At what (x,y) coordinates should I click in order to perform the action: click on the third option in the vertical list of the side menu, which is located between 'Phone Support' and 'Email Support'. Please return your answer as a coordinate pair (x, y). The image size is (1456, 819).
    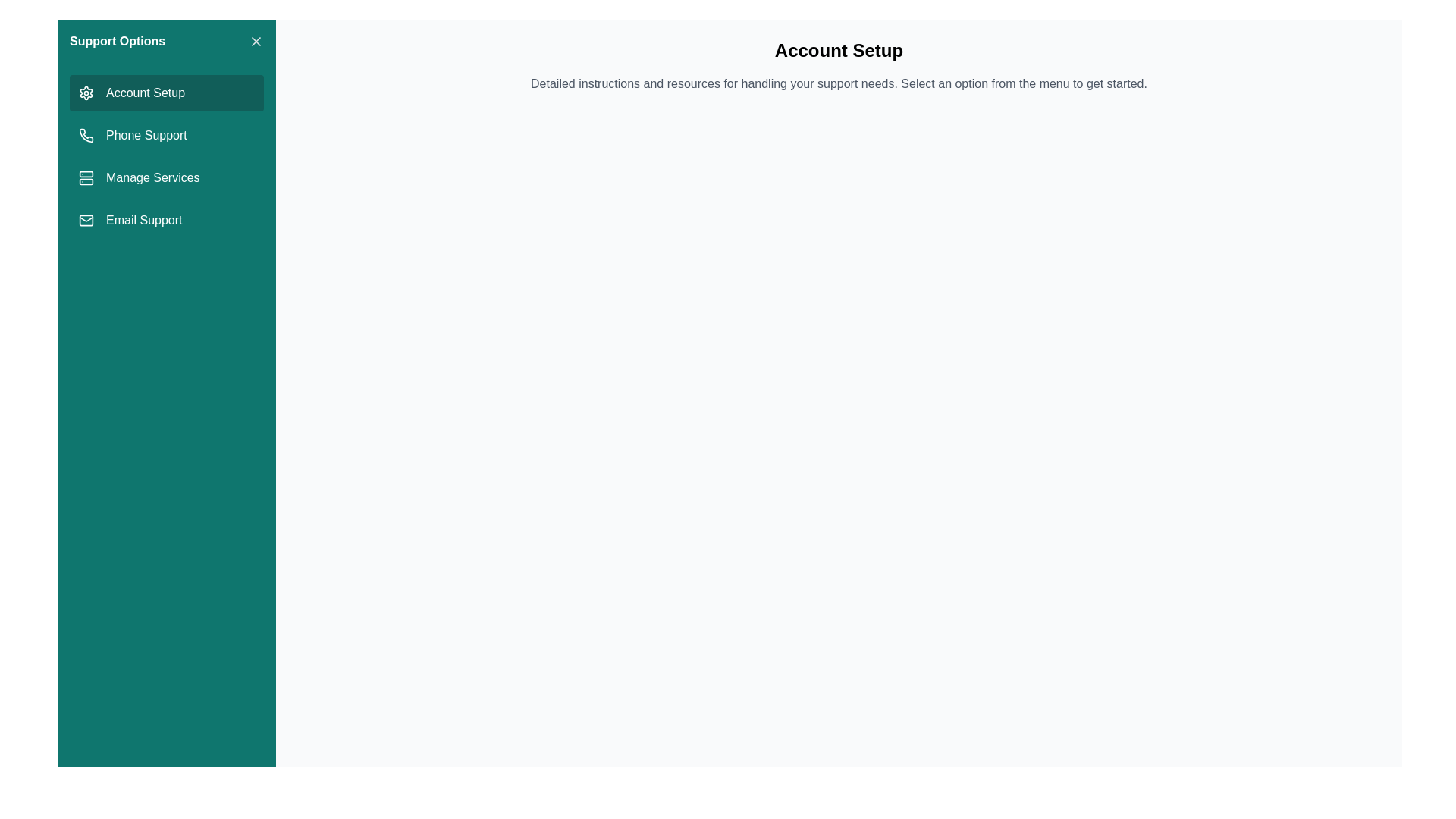
    Looking at the image, I should click on (152, 177).